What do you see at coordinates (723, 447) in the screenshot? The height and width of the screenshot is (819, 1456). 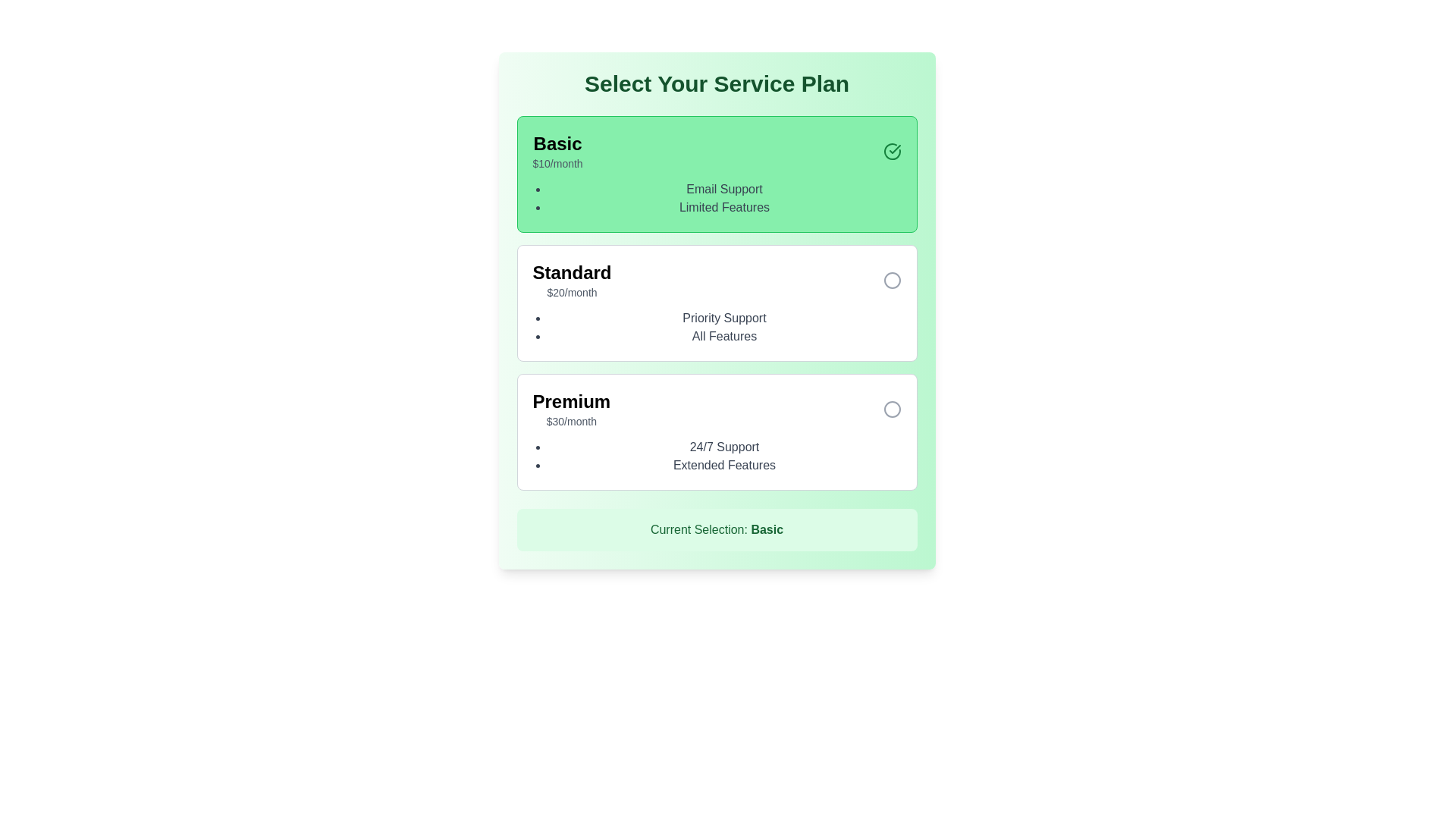 I see `the text indicating round-the-clock support availability in the Premium plan, located above the 'Extended Features' list item in the Premium section` at bounding box center [723, 447].